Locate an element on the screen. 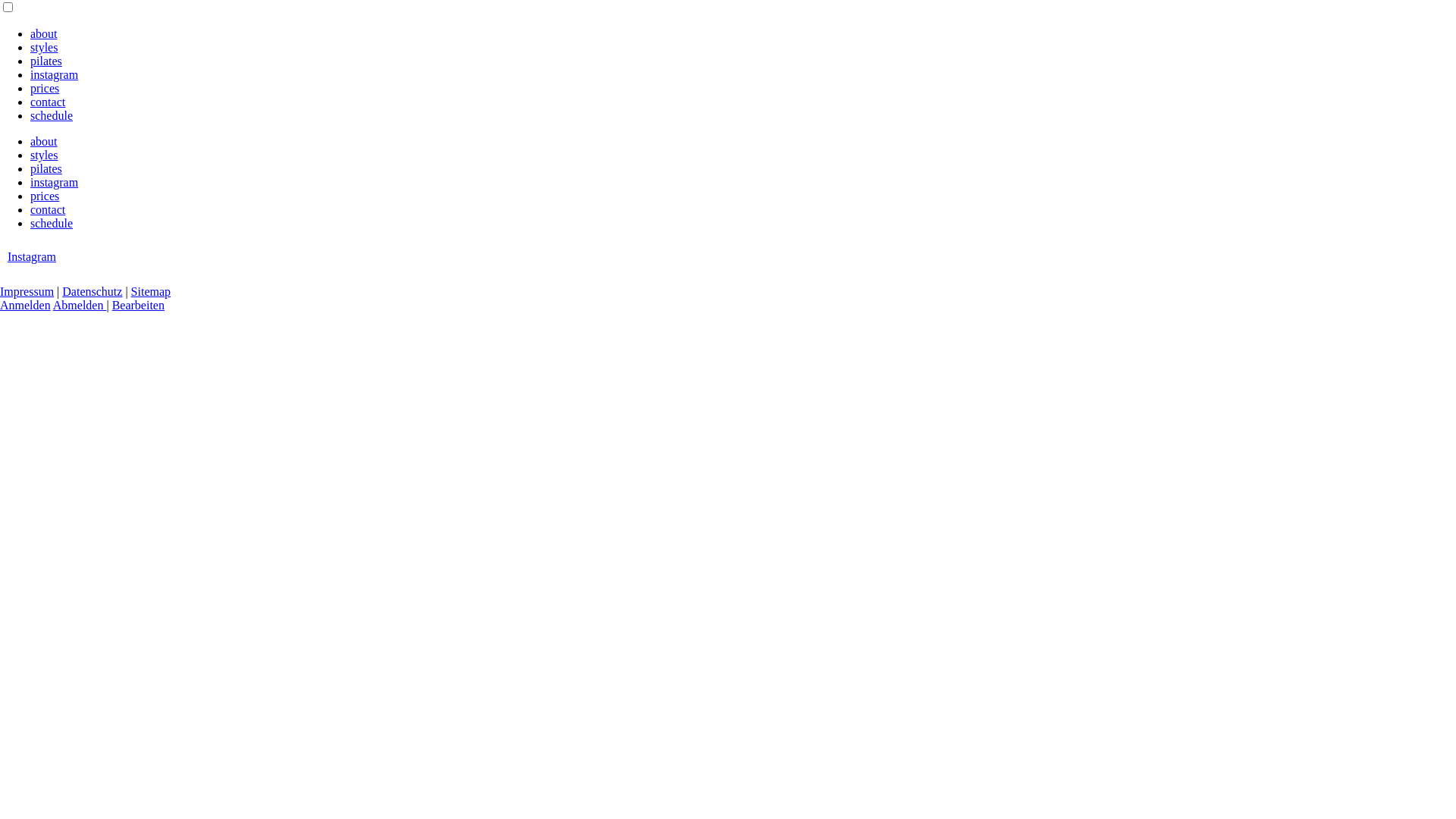 The image size is (1456, 819). 'contact' is located at coordinates (47, 209).